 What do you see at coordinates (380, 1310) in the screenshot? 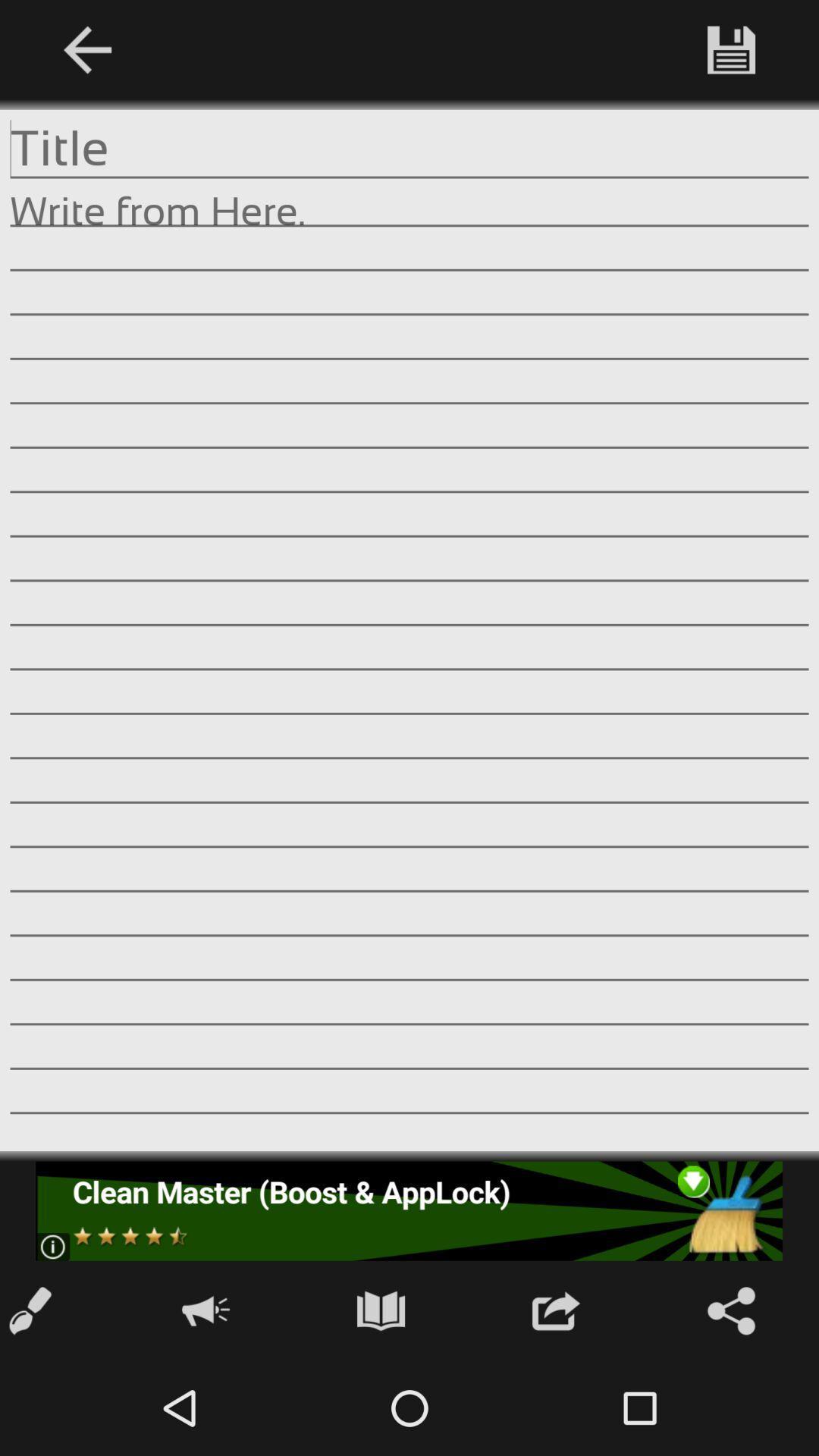
I see `the book icon` at bounding box center [380, 1310].